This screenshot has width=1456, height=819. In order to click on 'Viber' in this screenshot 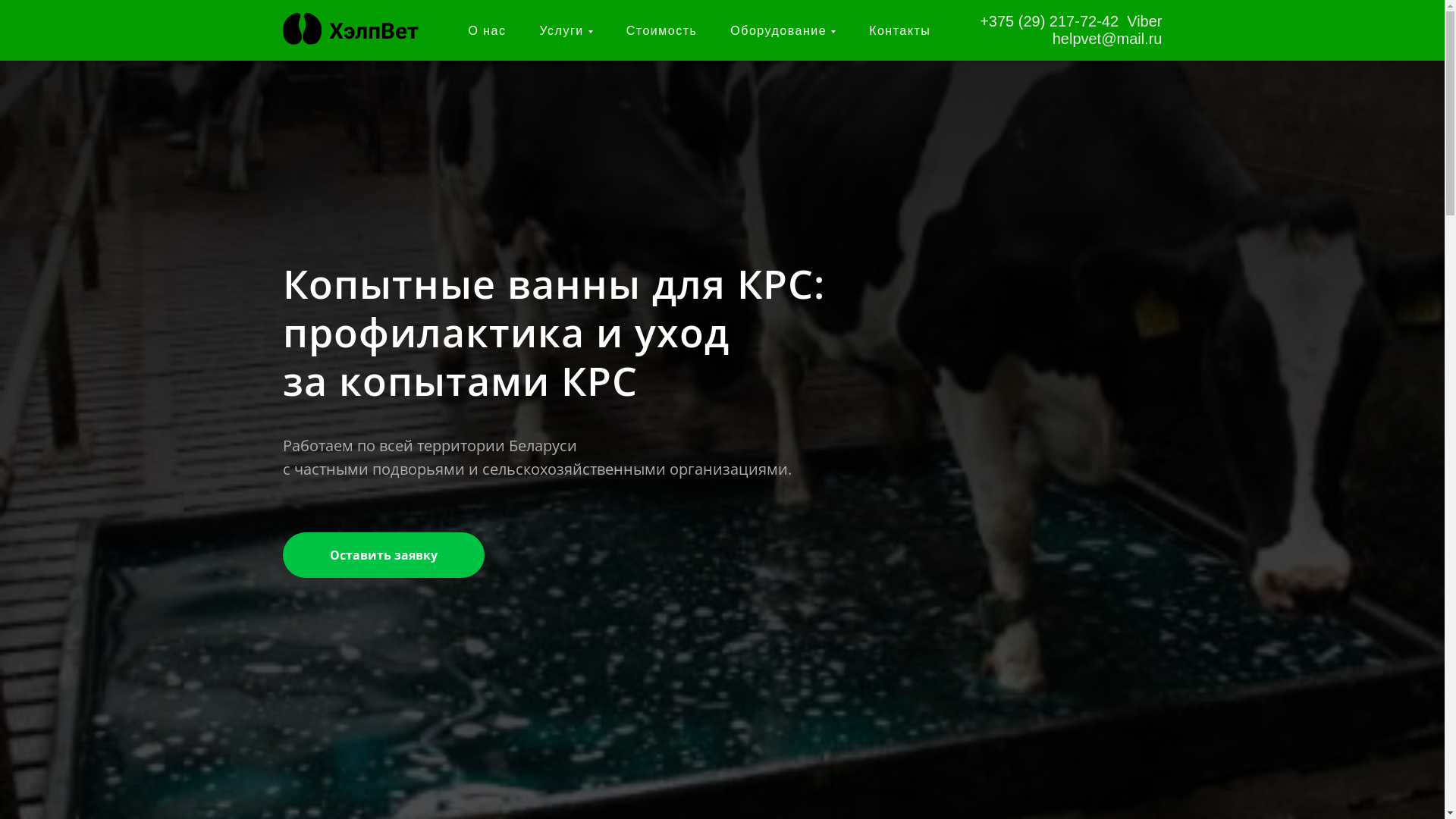, I will do `click(1144, 20)`.